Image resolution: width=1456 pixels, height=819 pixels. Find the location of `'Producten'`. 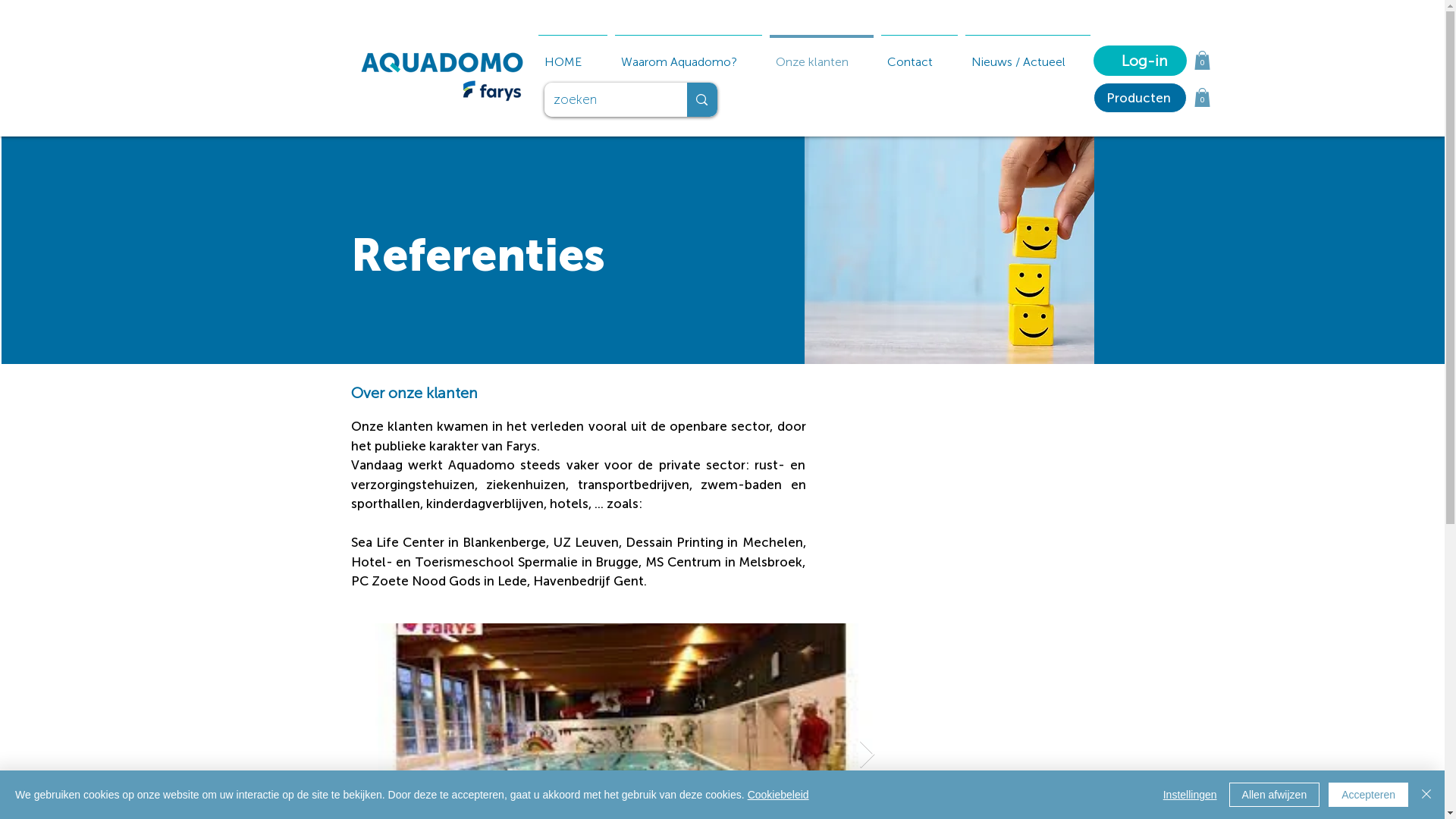

'Producten' is located at coordinates (1093, 97).